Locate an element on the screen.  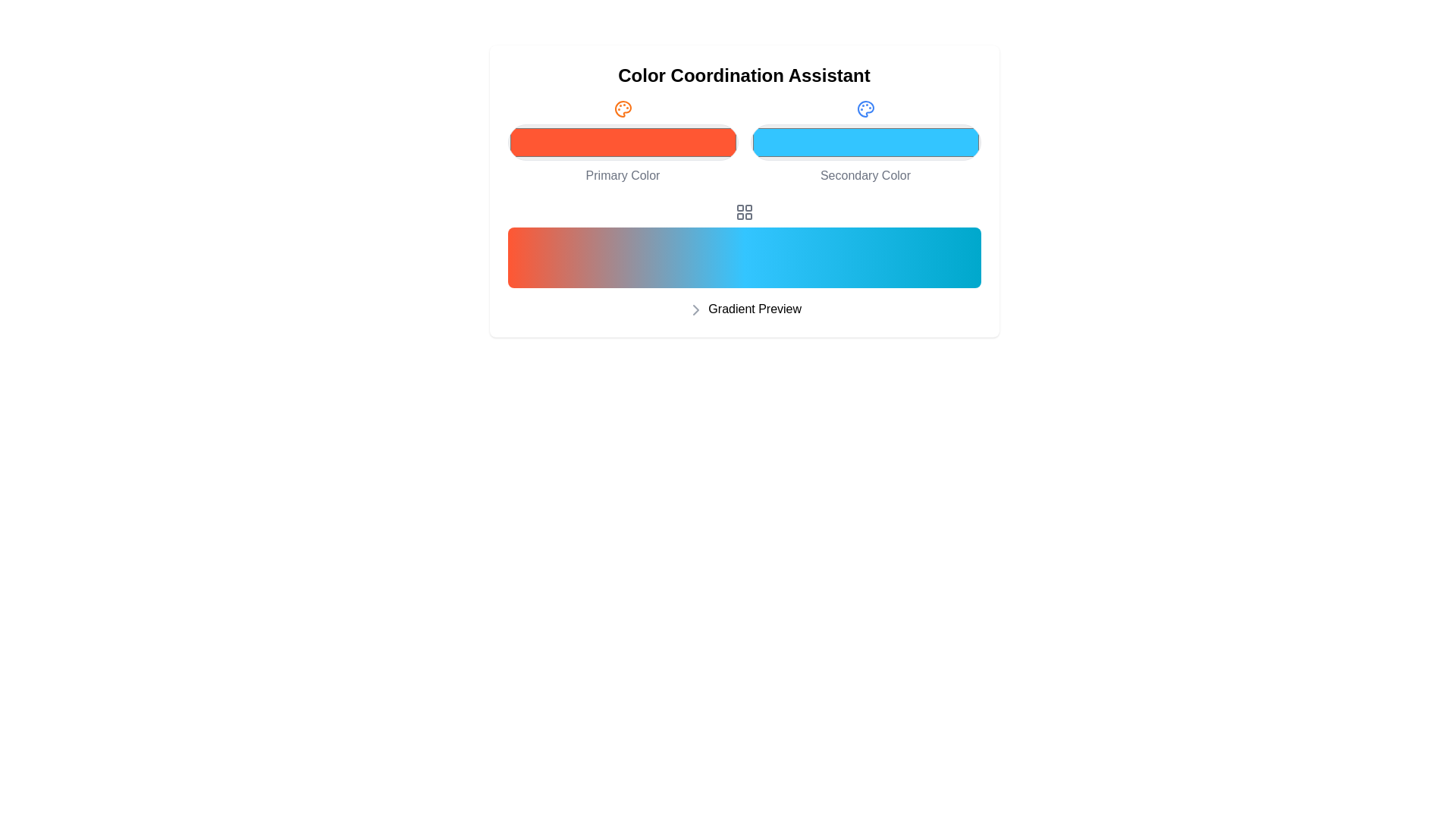
the bright red-orange Color selection button located in the 'Primary Color' section, which is situated below the palette icon and above the 'Primary Color' label is located at coordinates (623, 143).